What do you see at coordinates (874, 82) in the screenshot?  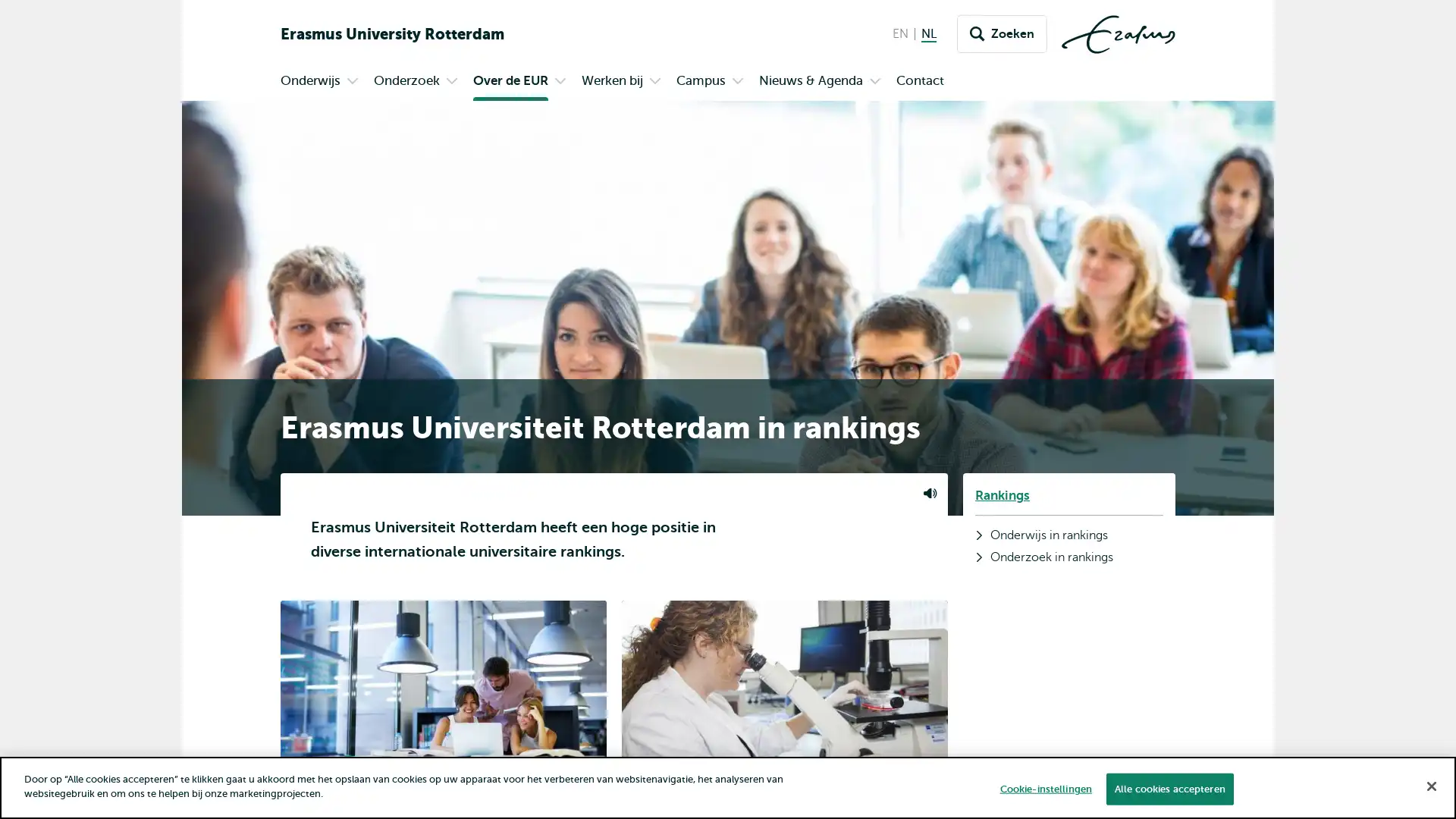 I see `Open submenu` at bounding box center [874, 82].